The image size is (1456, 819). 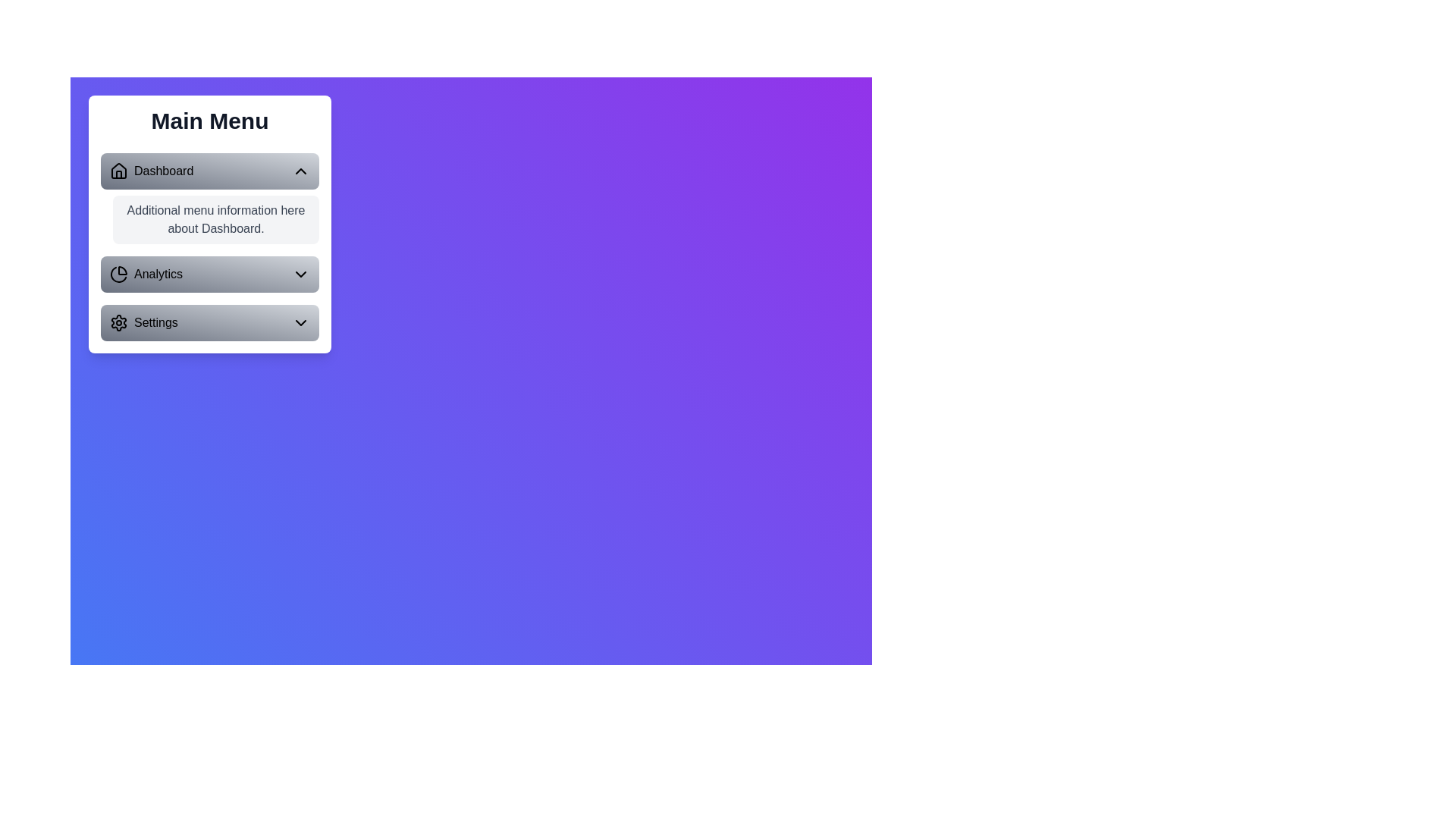 I want to click on the decorative icon for the 'Dashboard' section in the Main Menu, located to the left of the 'Dashboard' text label, so click(x=118, y=170).